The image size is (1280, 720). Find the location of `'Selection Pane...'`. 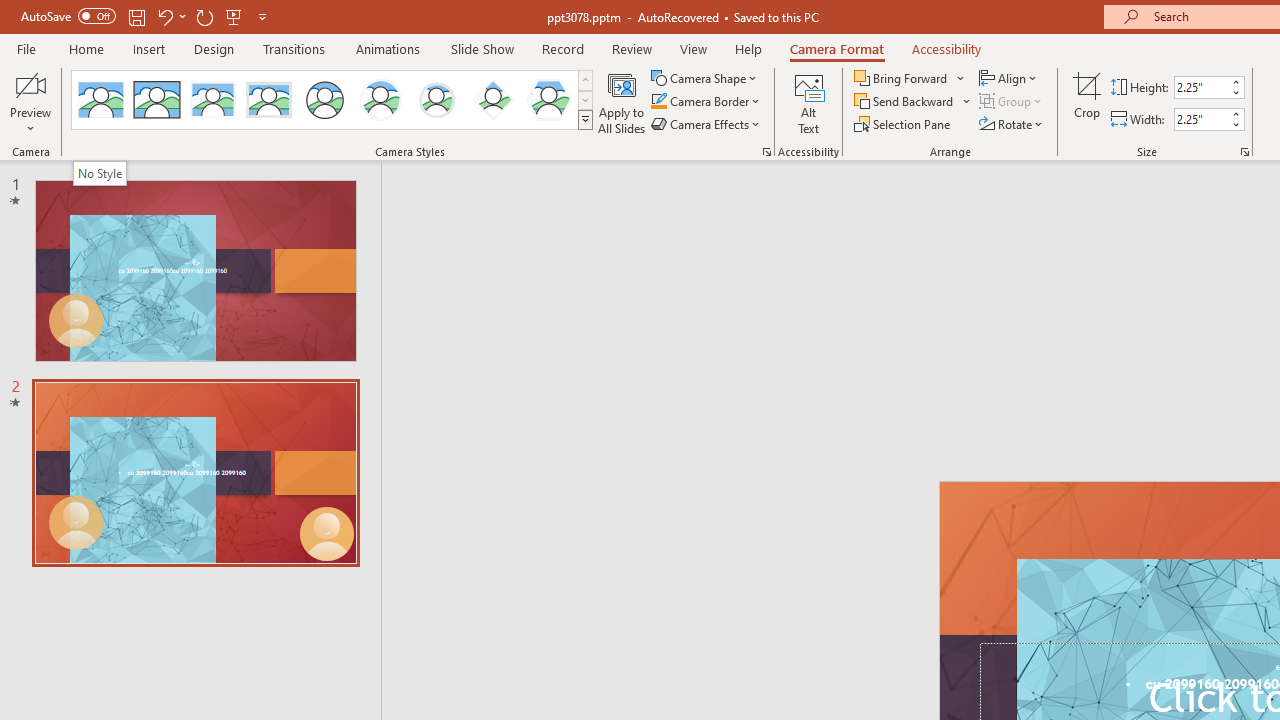

'Selection Pane...' is located at coordinates (903, 124).